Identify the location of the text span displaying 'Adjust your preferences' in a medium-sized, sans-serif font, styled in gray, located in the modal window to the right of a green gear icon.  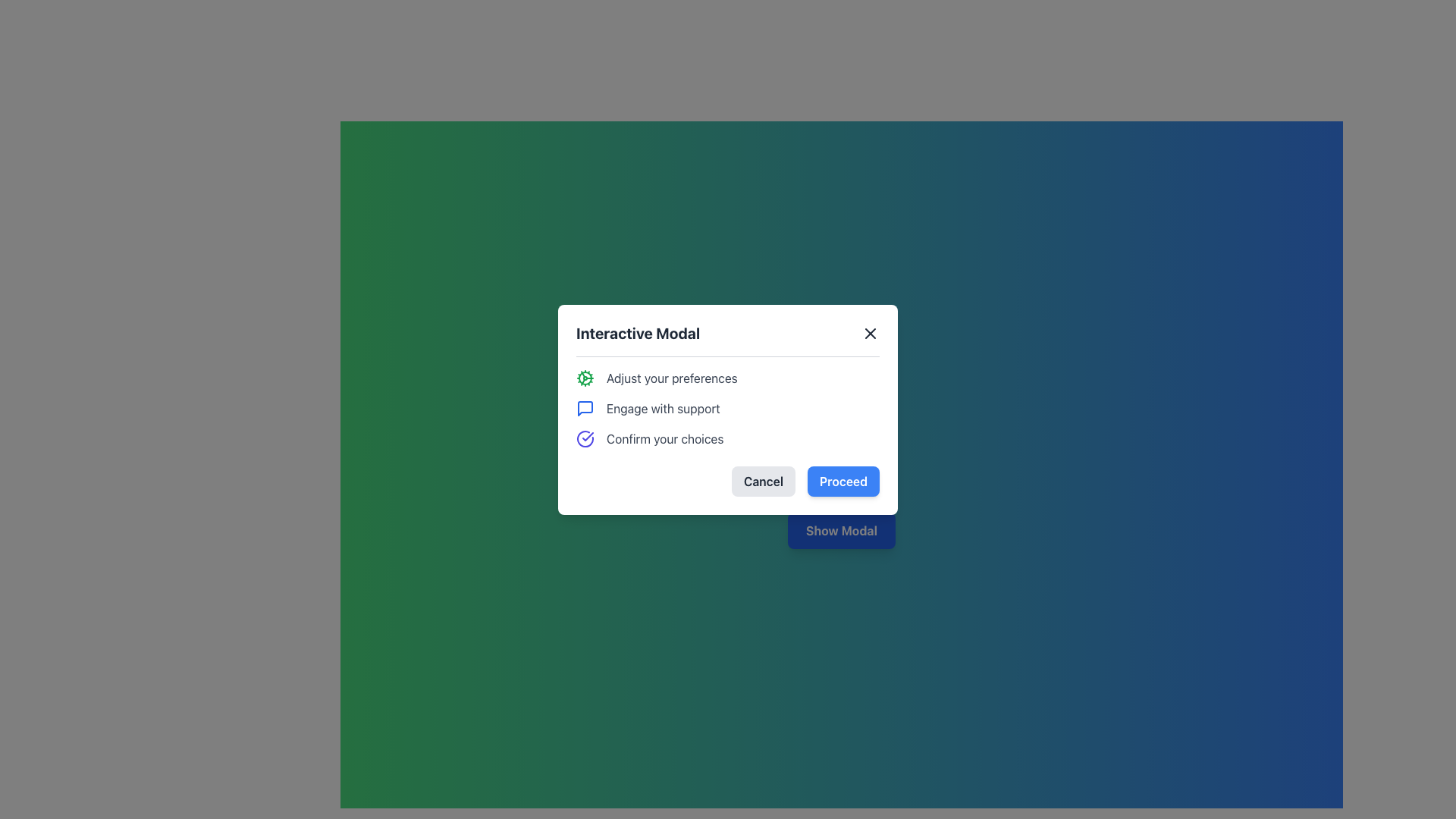
(671, 377).